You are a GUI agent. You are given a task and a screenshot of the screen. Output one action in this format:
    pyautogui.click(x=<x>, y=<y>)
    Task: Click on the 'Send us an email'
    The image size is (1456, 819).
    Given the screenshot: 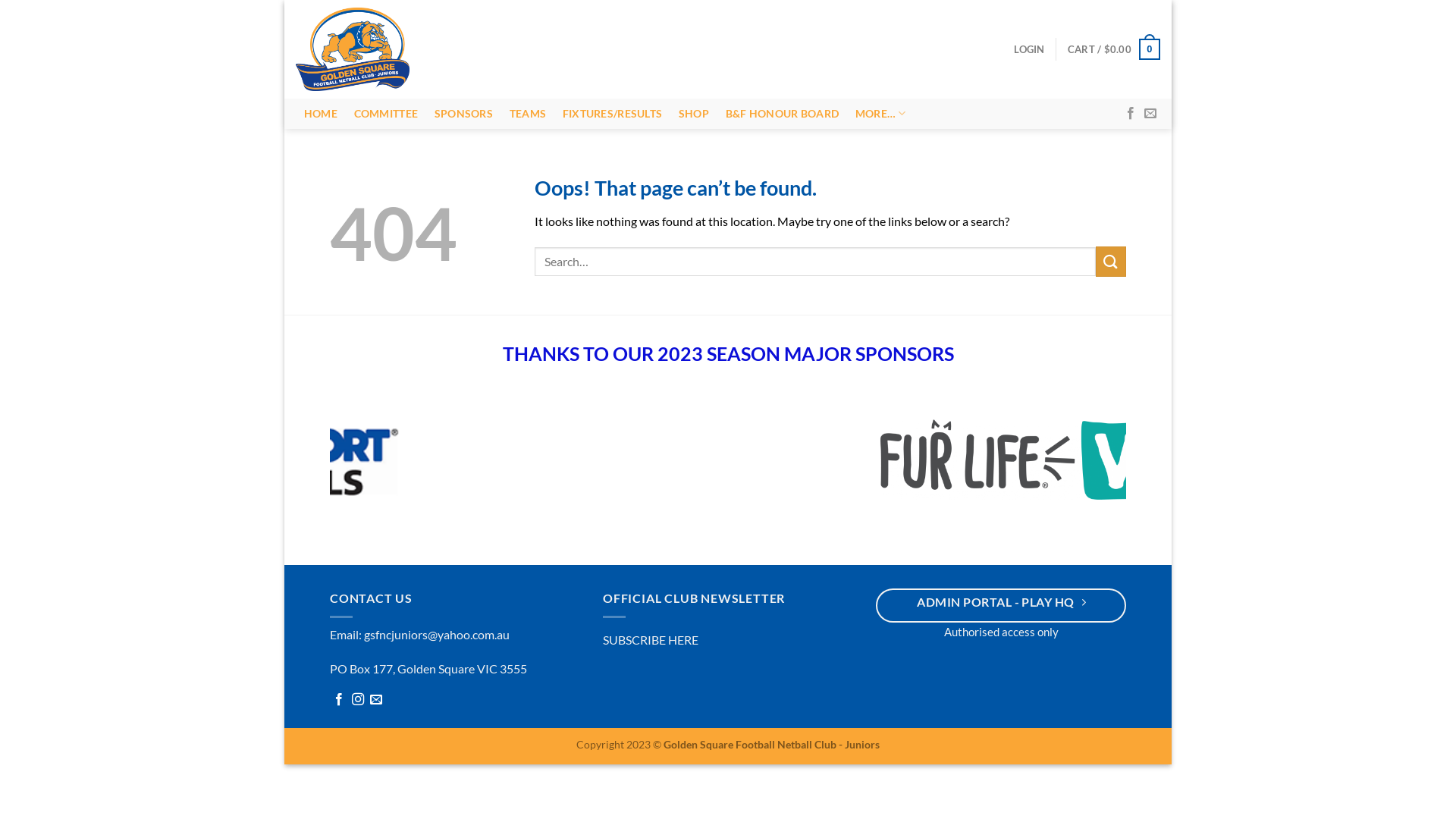 What is the action you would take?
    pyautogui.click(x=375, y=704)
    